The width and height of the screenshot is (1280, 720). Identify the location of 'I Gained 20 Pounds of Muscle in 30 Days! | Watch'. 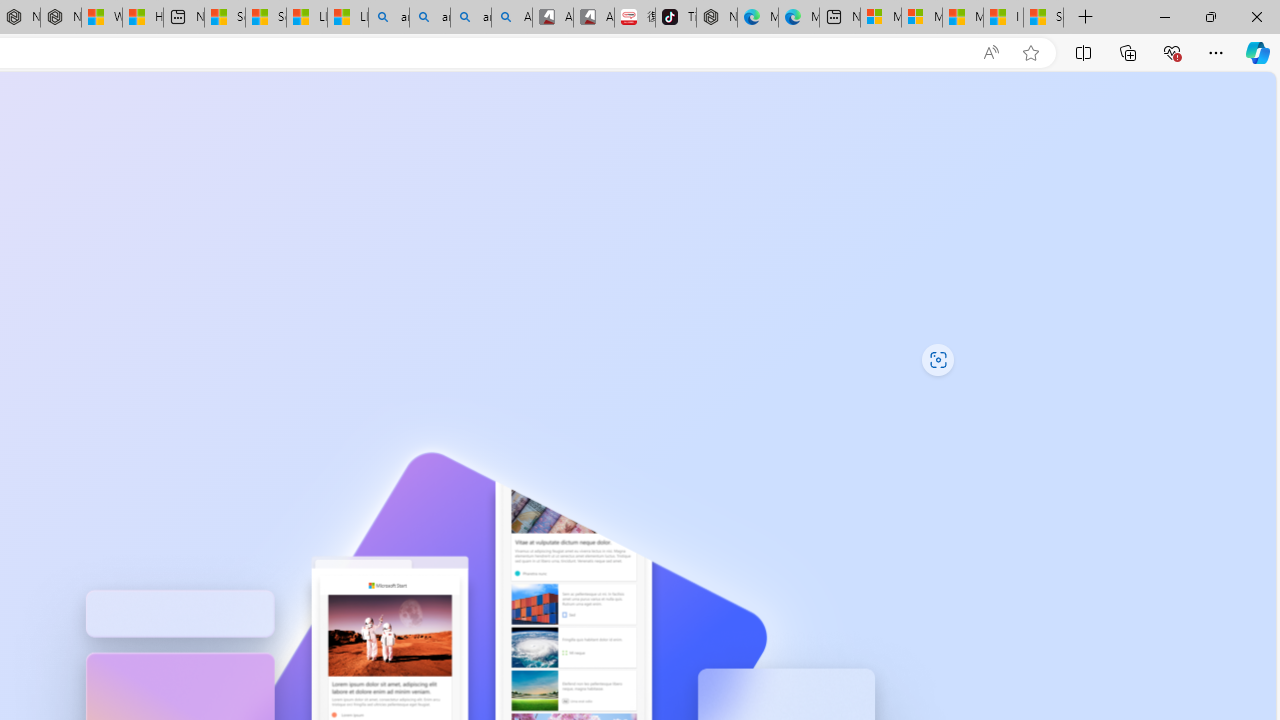
(1003, 17).